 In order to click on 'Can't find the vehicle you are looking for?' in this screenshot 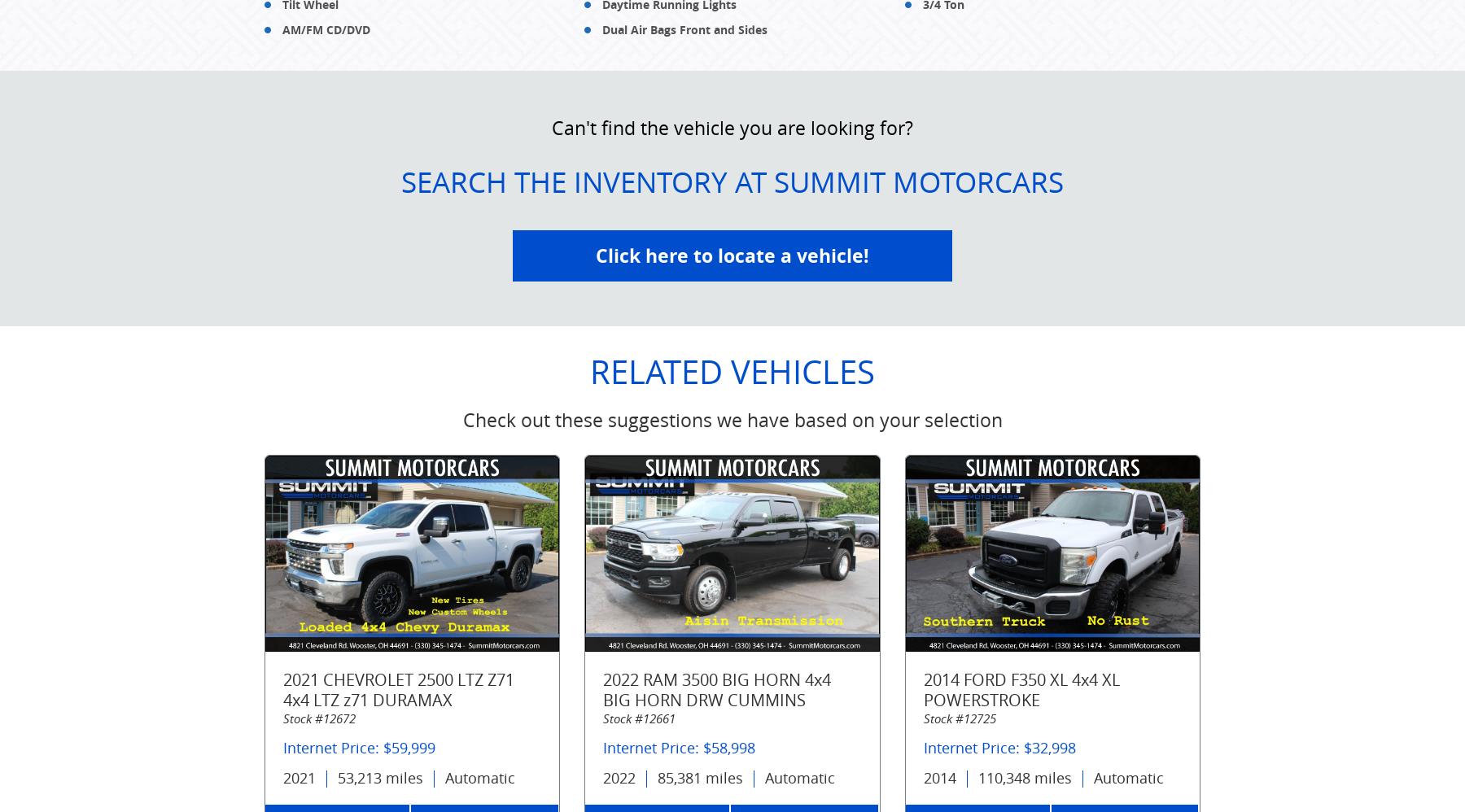, I will do `click(732, 126)`.